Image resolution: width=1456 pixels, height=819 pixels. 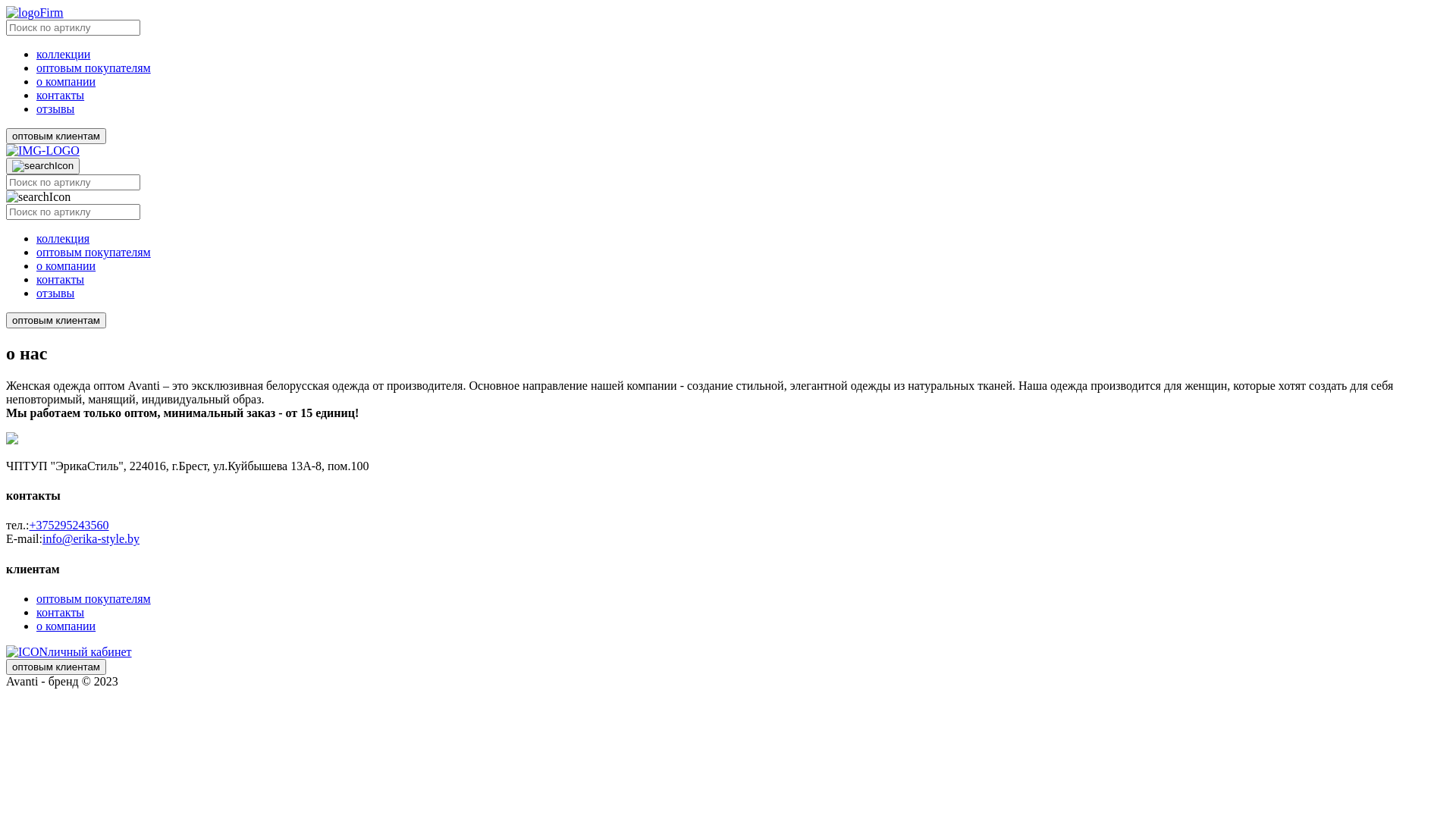 What do you see at coordinates (42, 538) in the screenshot?
I see `'info@erika-style.by'` at bounding box center [42, 538].